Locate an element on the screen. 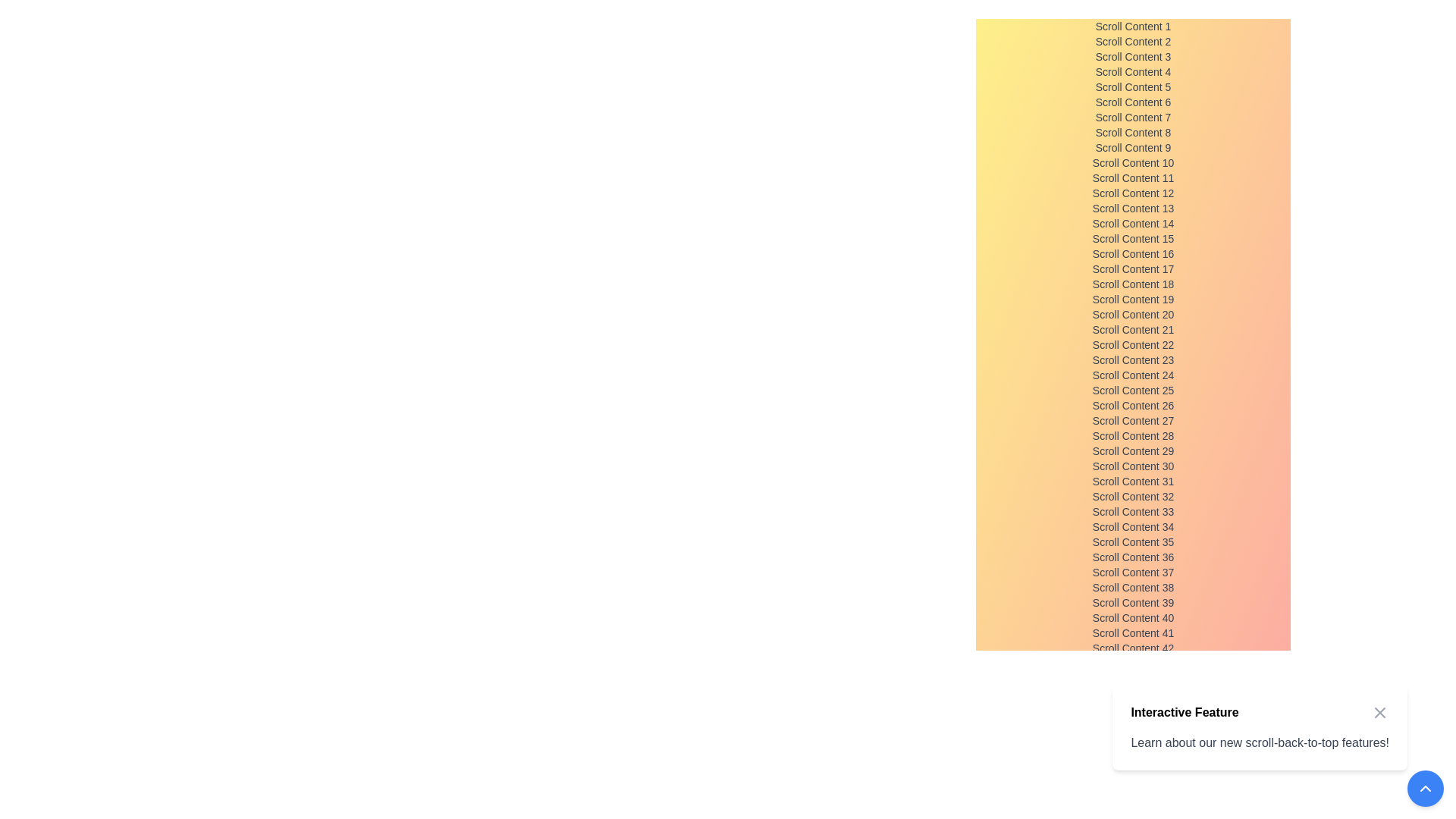  the text label displaying 'Scroll Content 5', which is the fifth item in a scrollable list of text elements with a gradient background is located at coordinates (1133, 87).